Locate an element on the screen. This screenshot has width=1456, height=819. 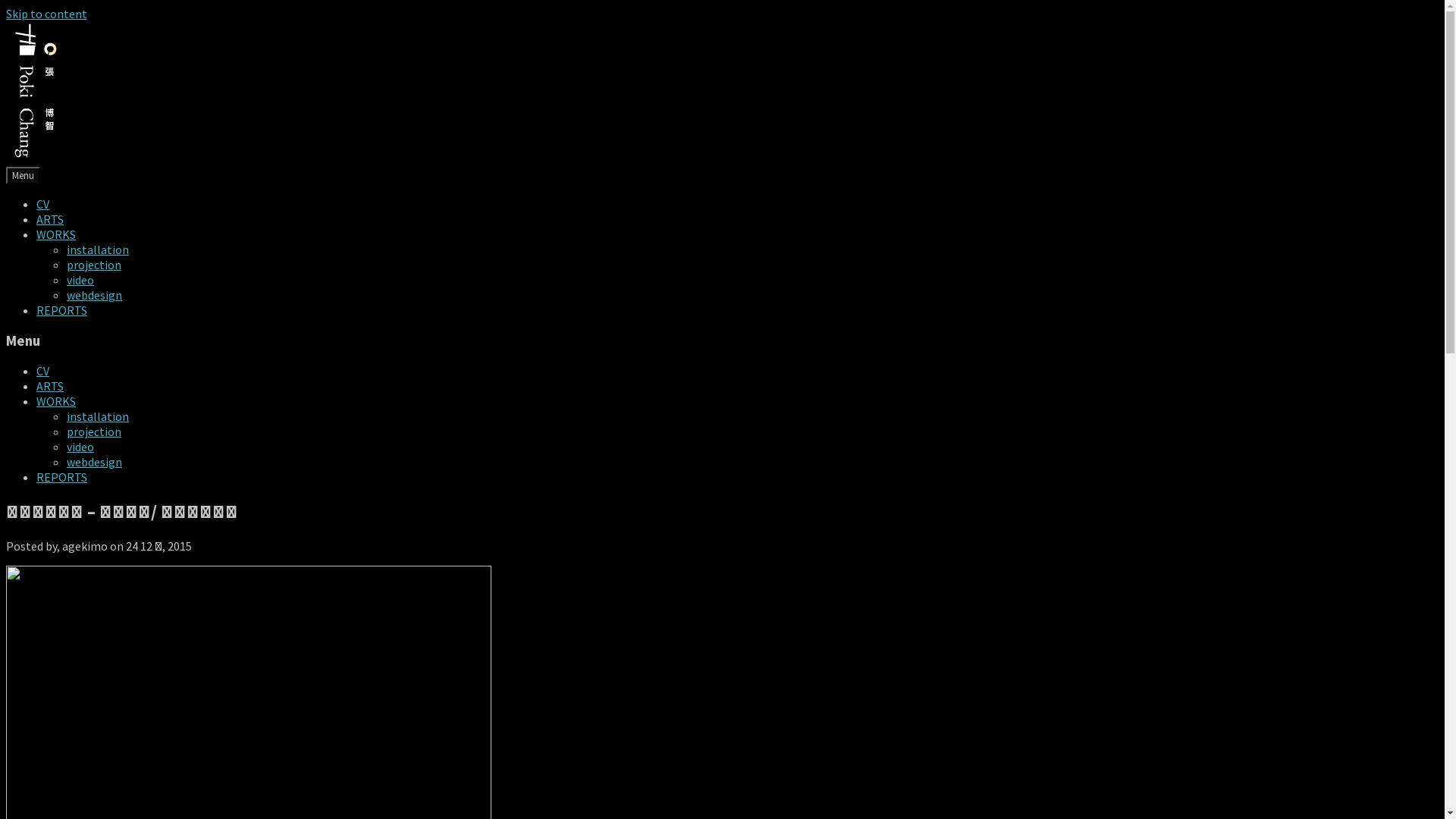
'Menu' is located at coordinates (23, 174).